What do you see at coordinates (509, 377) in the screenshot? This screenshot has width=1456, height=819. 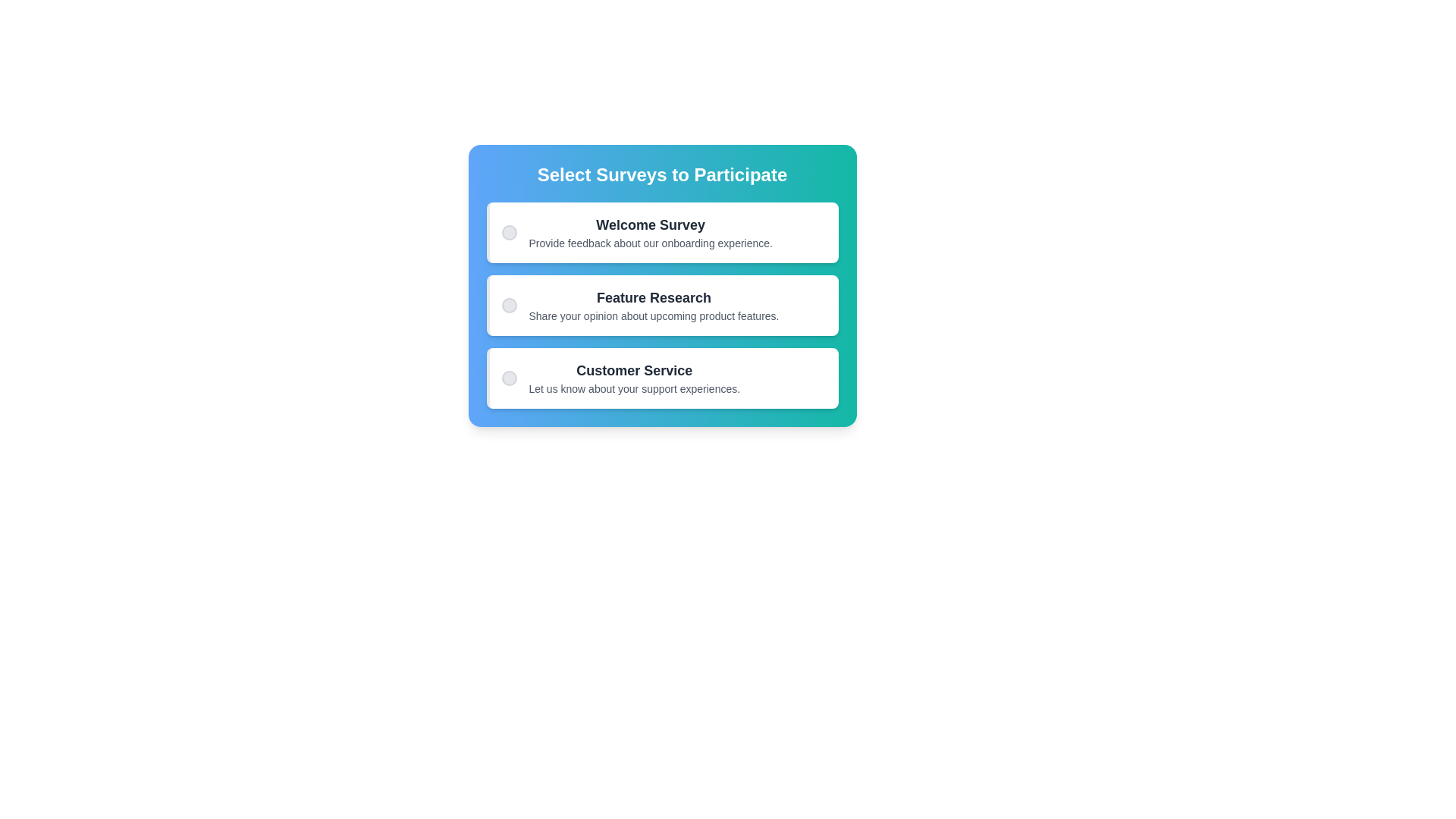 I see `the circular button on the leftmost side of the 'Customer Service' option row to select this survey` at bounding box center [509, 377].